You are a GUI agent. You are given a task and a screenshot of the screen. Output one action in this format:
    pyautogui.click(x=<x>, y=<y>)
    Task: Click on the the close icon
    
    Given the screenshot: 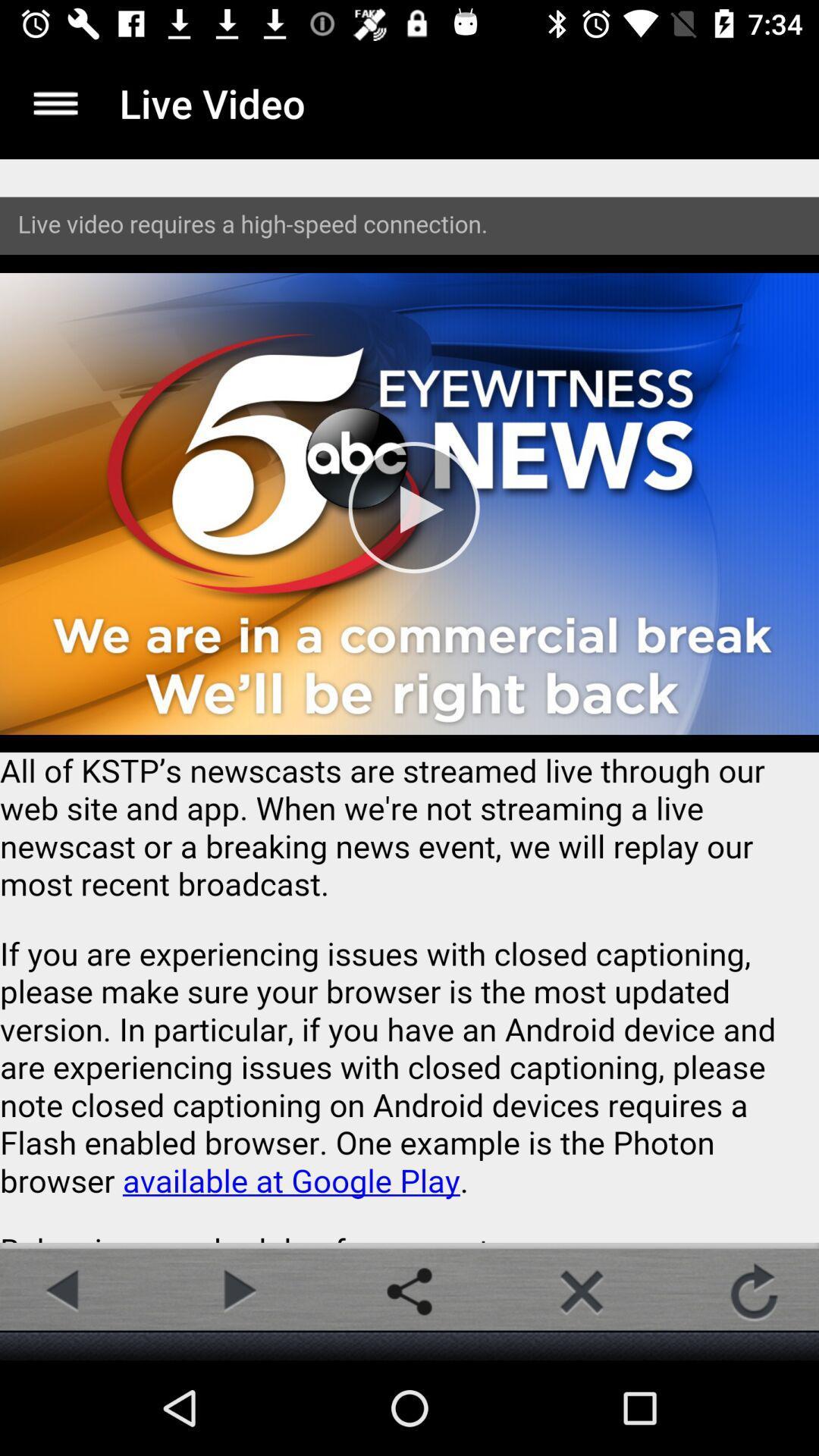 What is the action you would take?
    pyautogui.click(x=581, y=1291)
    